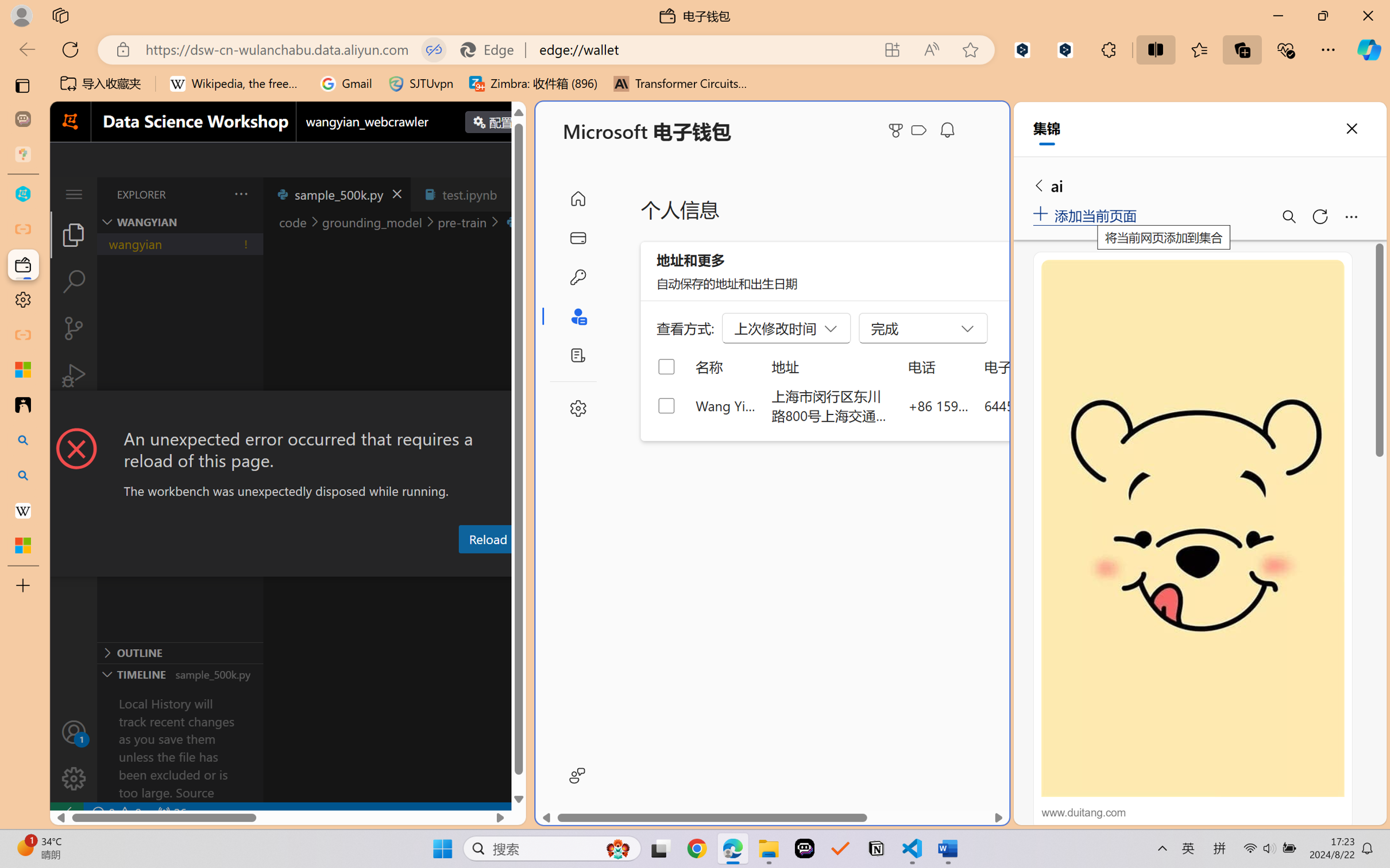 Image resolution: width=1390 pixels, height=868 pixels. What do you see at coordinates (680, 83) in the screenshot?
I see `'Transformer Circuits Thread'` at bounding box center [680, 83].